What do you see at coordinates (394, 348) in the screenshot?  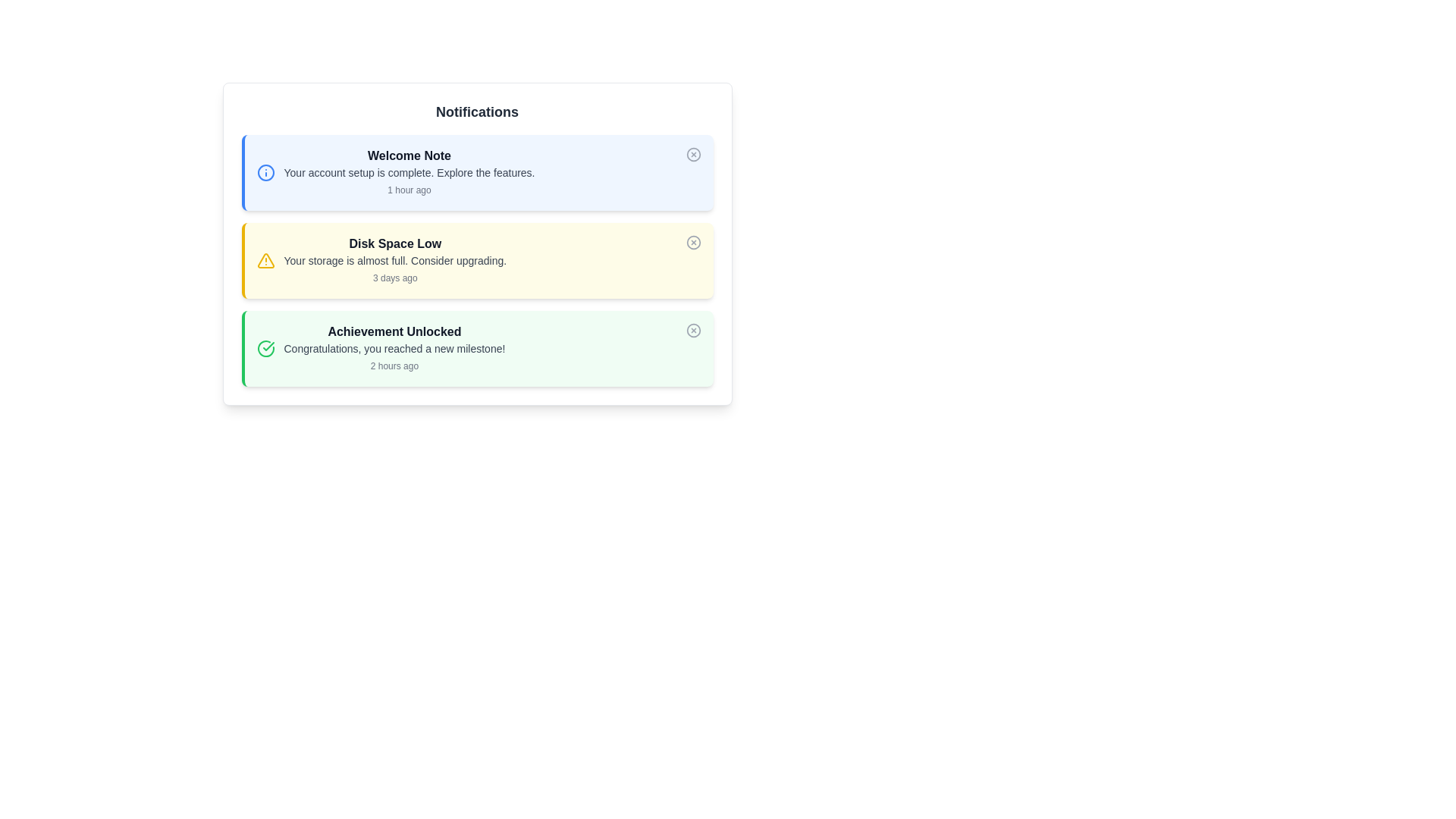 I see `the Text label that informs the user about reaching a new milestone, which is positioned below the title 'Achievement Unlocked' and above the timestamp '2 hours ago' in the third notification card` at bounding box center [394, 348].